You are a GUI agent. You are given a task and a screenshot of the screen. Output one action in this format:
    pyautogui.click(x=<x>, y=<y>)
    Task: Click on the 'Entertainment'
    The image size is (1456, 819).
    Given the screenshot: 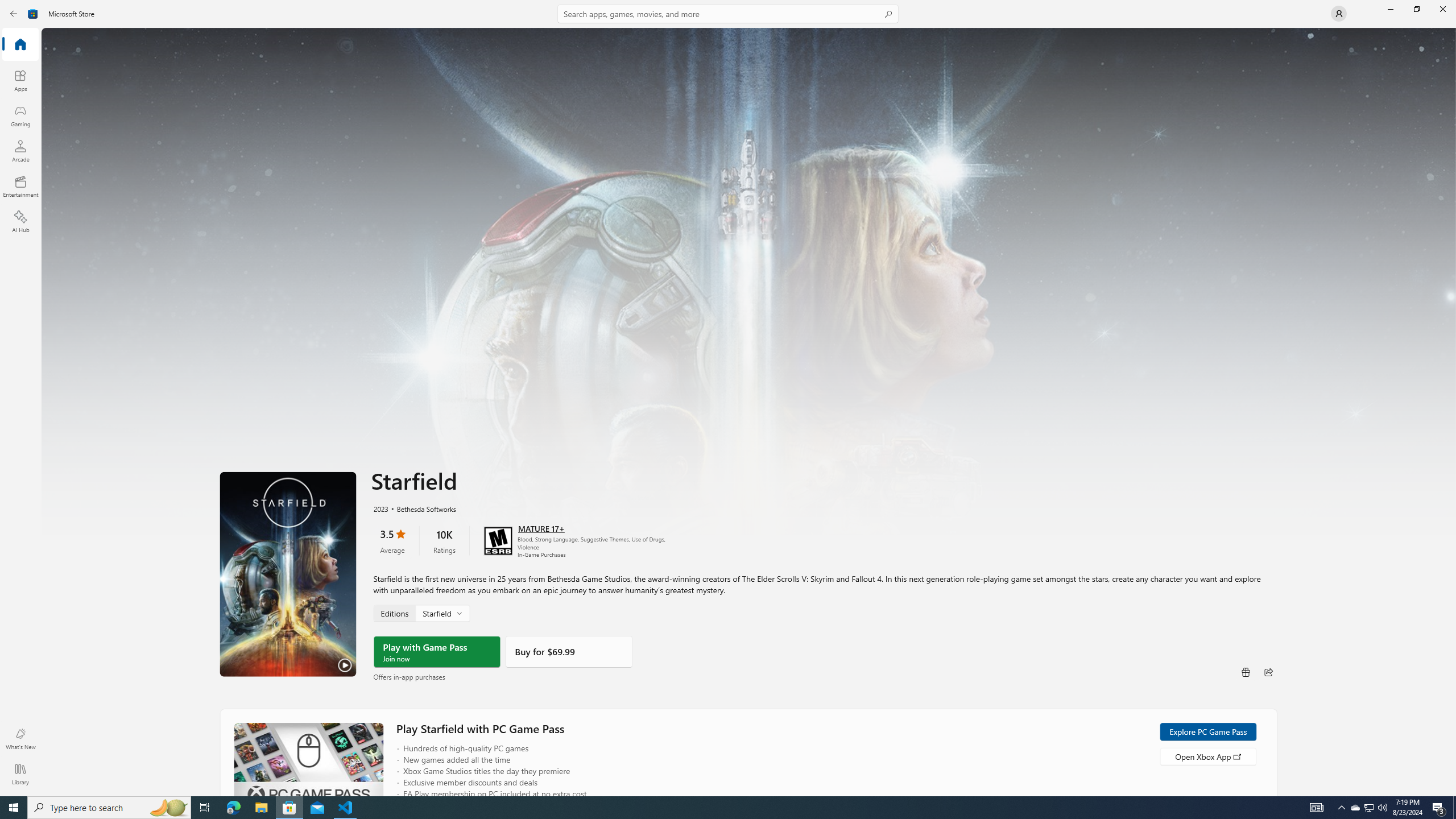 What is the action you would take?
    pyautogui.click(x=19, y=185)
    